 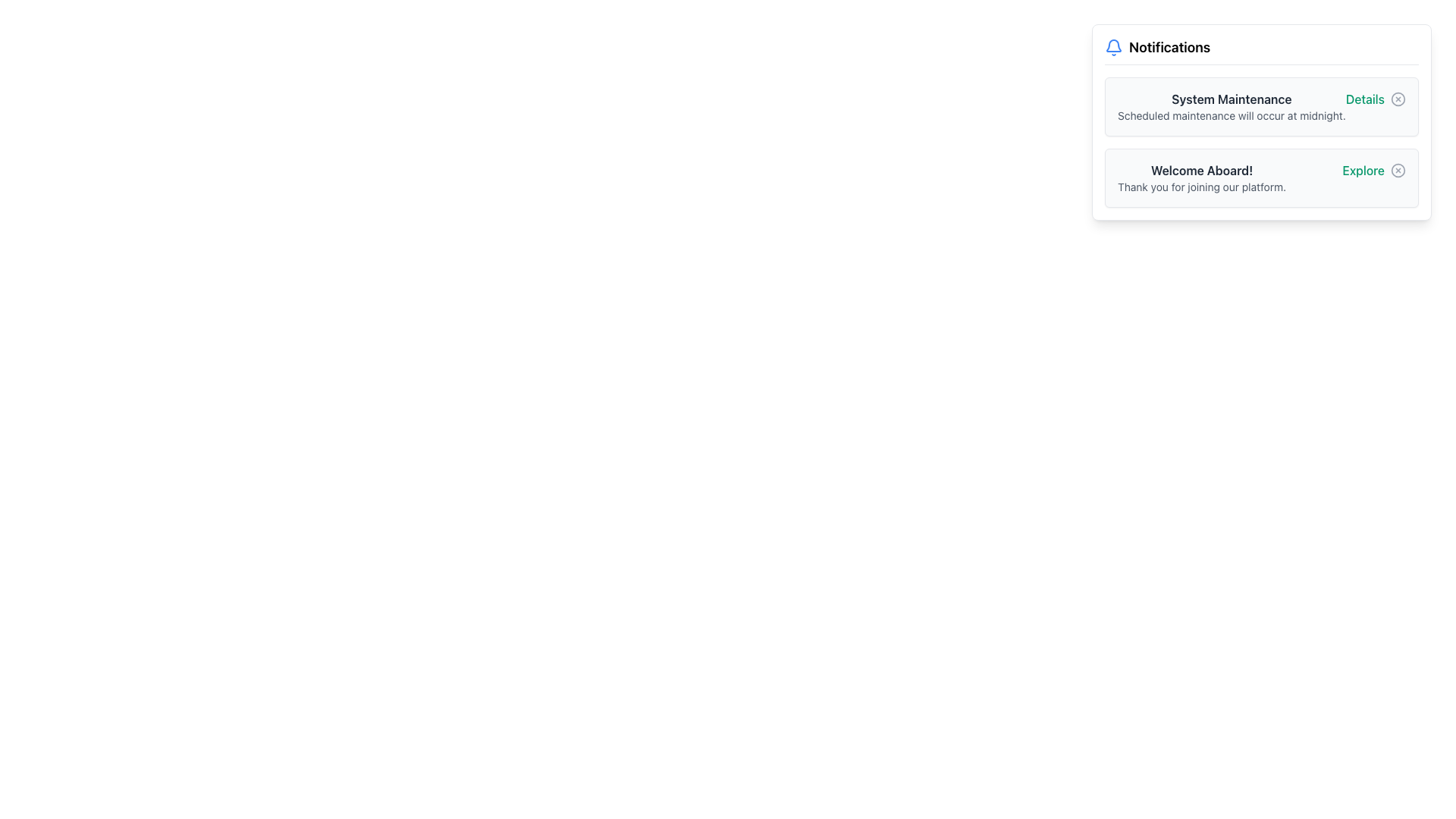 What do you see at coordinates (1232, 115) in the screenshot?
I see `informational message located in the notification section beneath the title 'System Maintenance' on the upper-right side of the interface` at bounding box center [1232, 115].